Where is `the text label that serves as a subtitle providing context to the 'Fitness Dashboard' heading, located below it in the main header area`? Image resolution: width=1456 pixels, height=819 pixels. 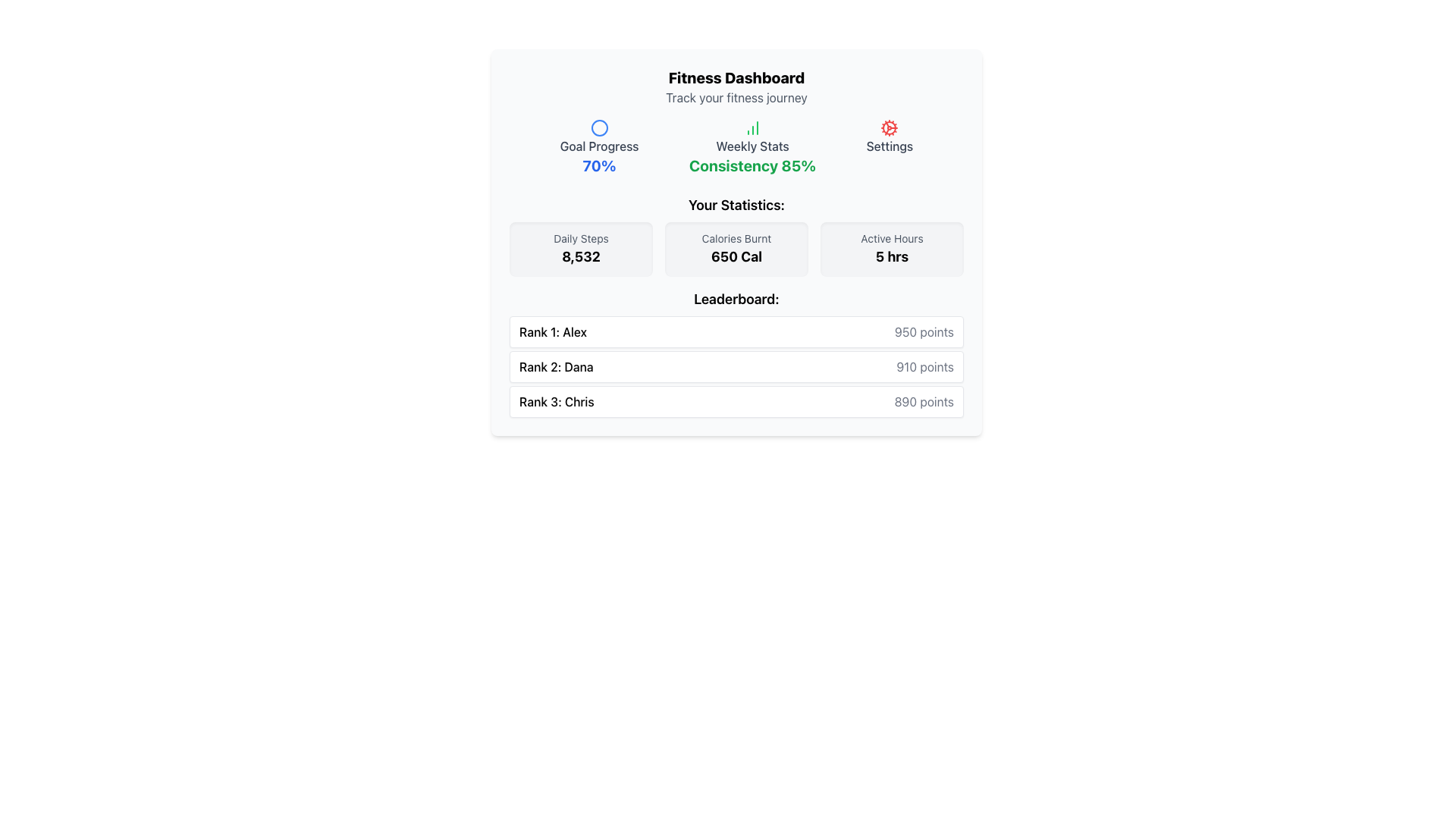
the text label that serves as a subtitle providing context to the 'Fitness Dashboard' heading, located below it in the main header area is located at coordinates (736, 97).